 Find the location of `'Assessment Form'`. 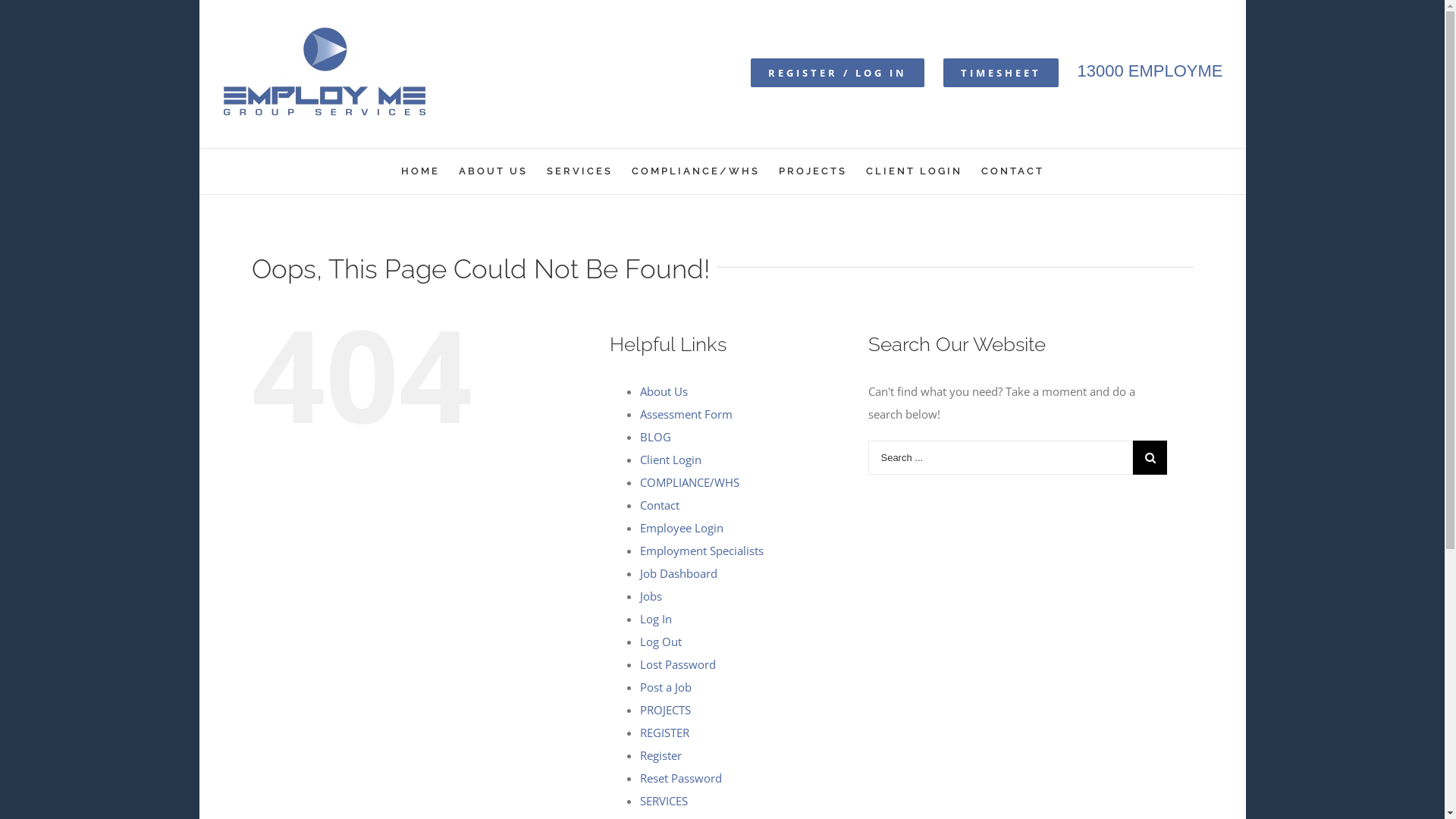

'Assessment Form' is located at coordinates (686, 414).